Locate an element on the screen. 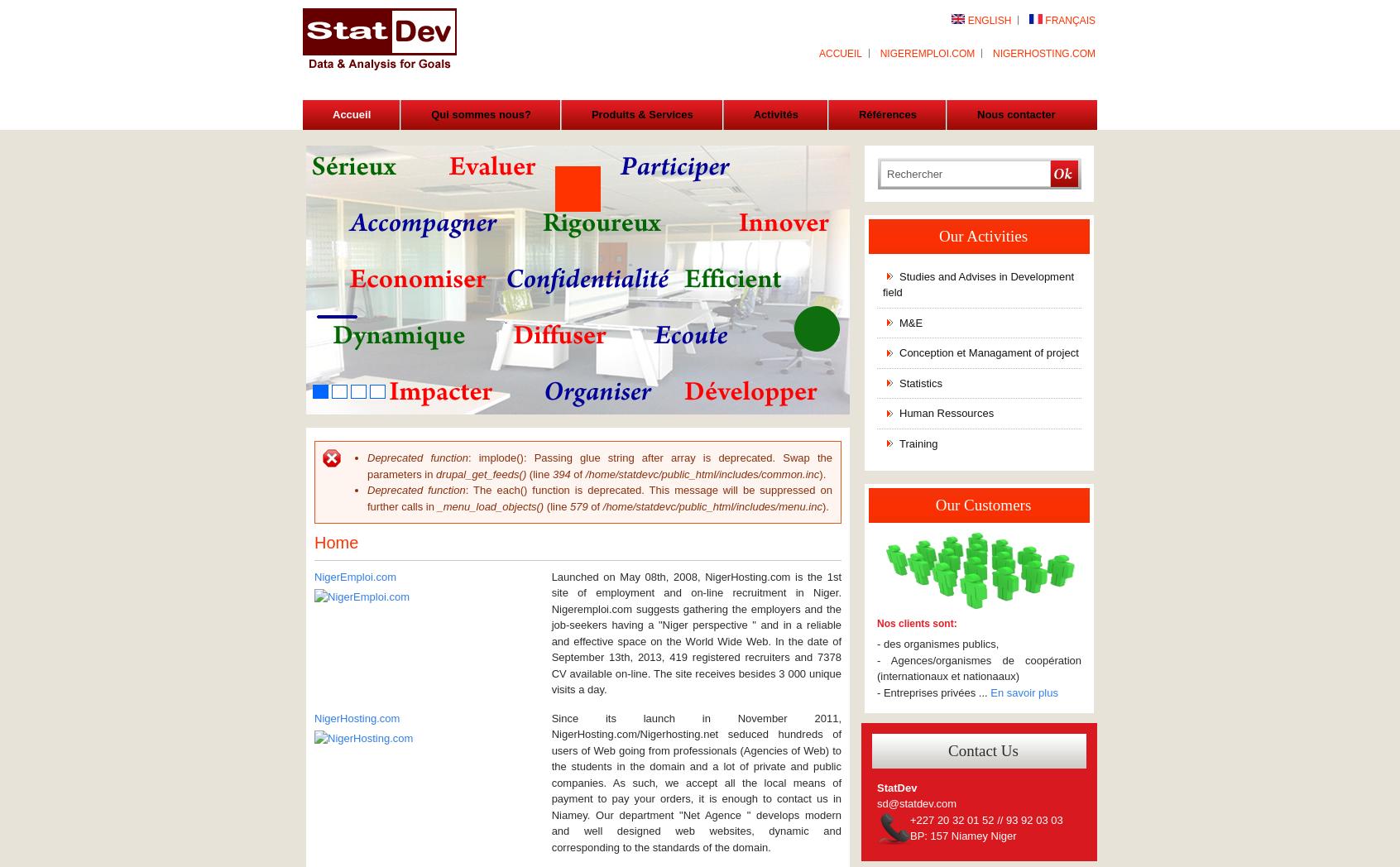 The width and height of the screenshot is (1400, 867). 'English' is located at coordinates (987, 20).